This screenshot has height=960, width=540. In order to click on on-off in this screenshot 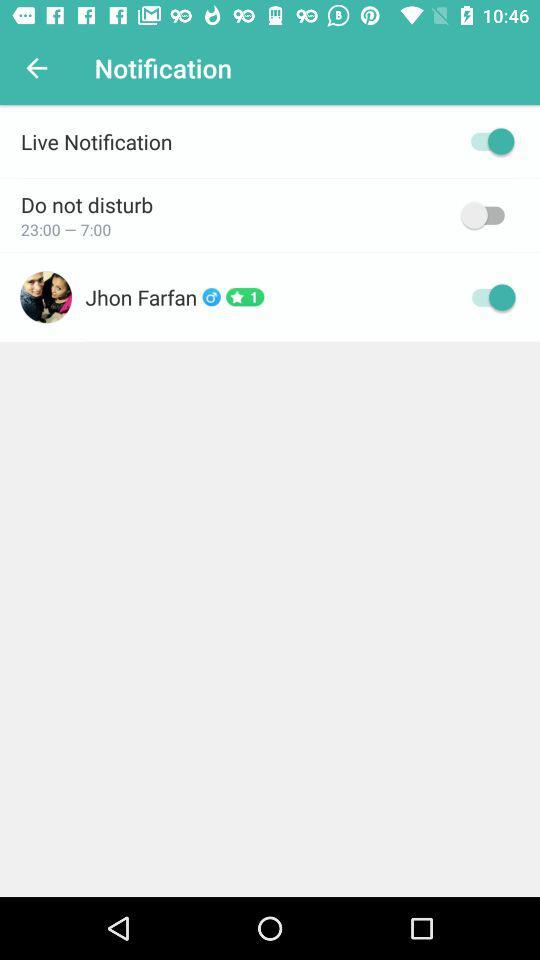, I will do `click(486, 140)`.